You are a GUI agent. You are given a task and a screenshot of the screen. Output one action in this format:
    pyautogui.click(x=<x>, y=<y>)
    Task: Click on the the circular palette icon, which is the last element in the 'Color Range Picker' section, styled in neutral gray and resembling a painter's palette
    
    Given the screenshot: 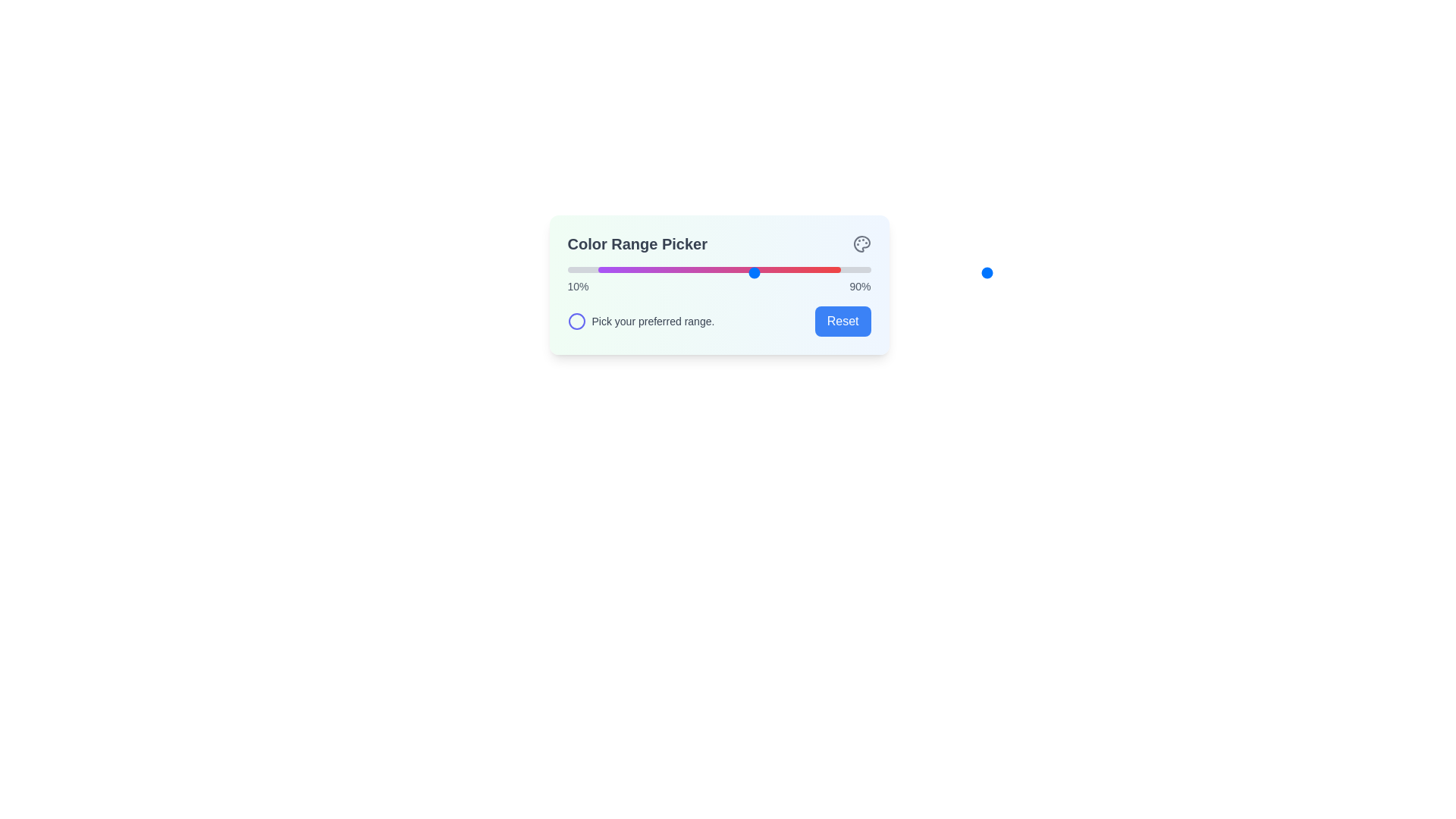 What is the action you would take?
    pyautogui.click(x=861, y=243)
    